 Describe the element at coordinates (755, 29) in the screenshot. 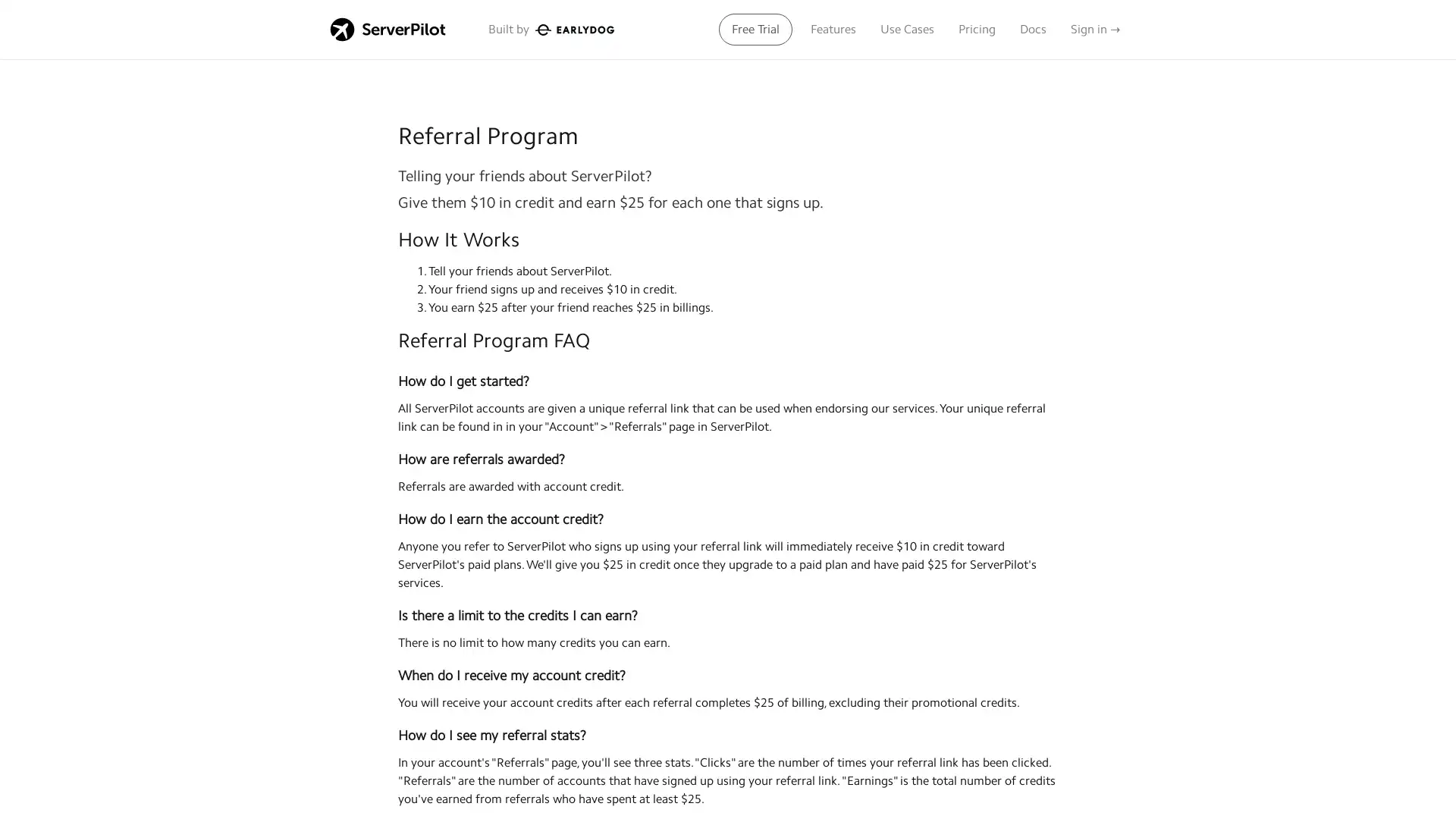

I see `Free Trial` at that location.